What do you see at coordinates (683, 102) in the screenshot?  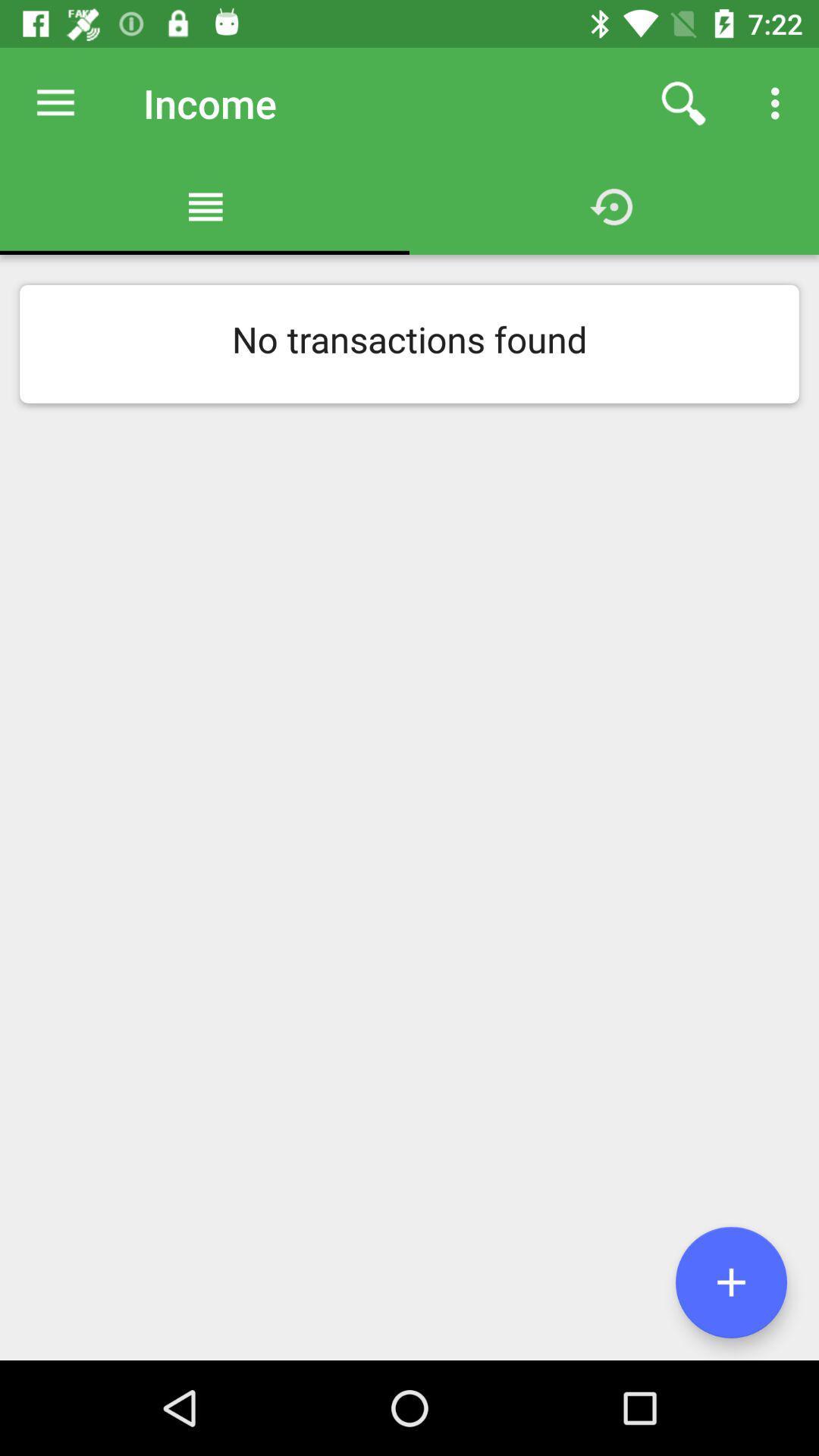 I see `icon to the right of income` at bounding box center [683, 102].